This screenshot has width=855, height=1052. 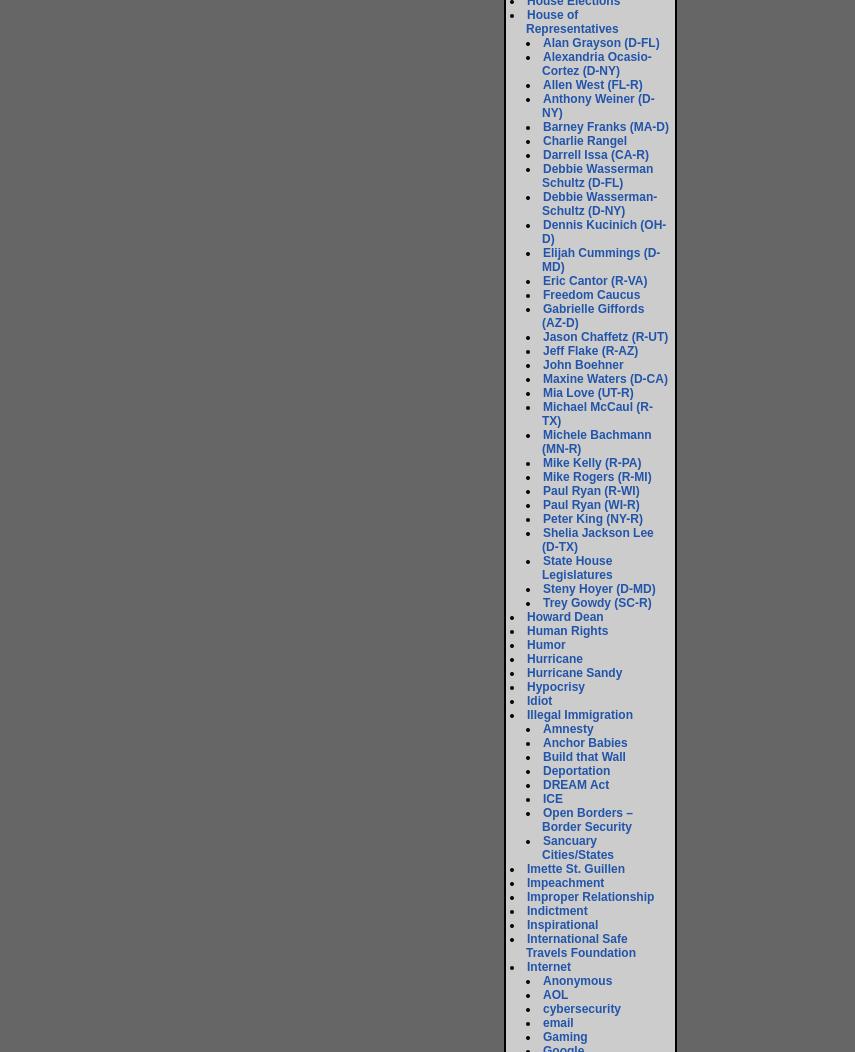 What do you see at coordinates (543, 139) in the screenshot?
I see `'Charlie Rangel'` at bounding box center [543, 139].